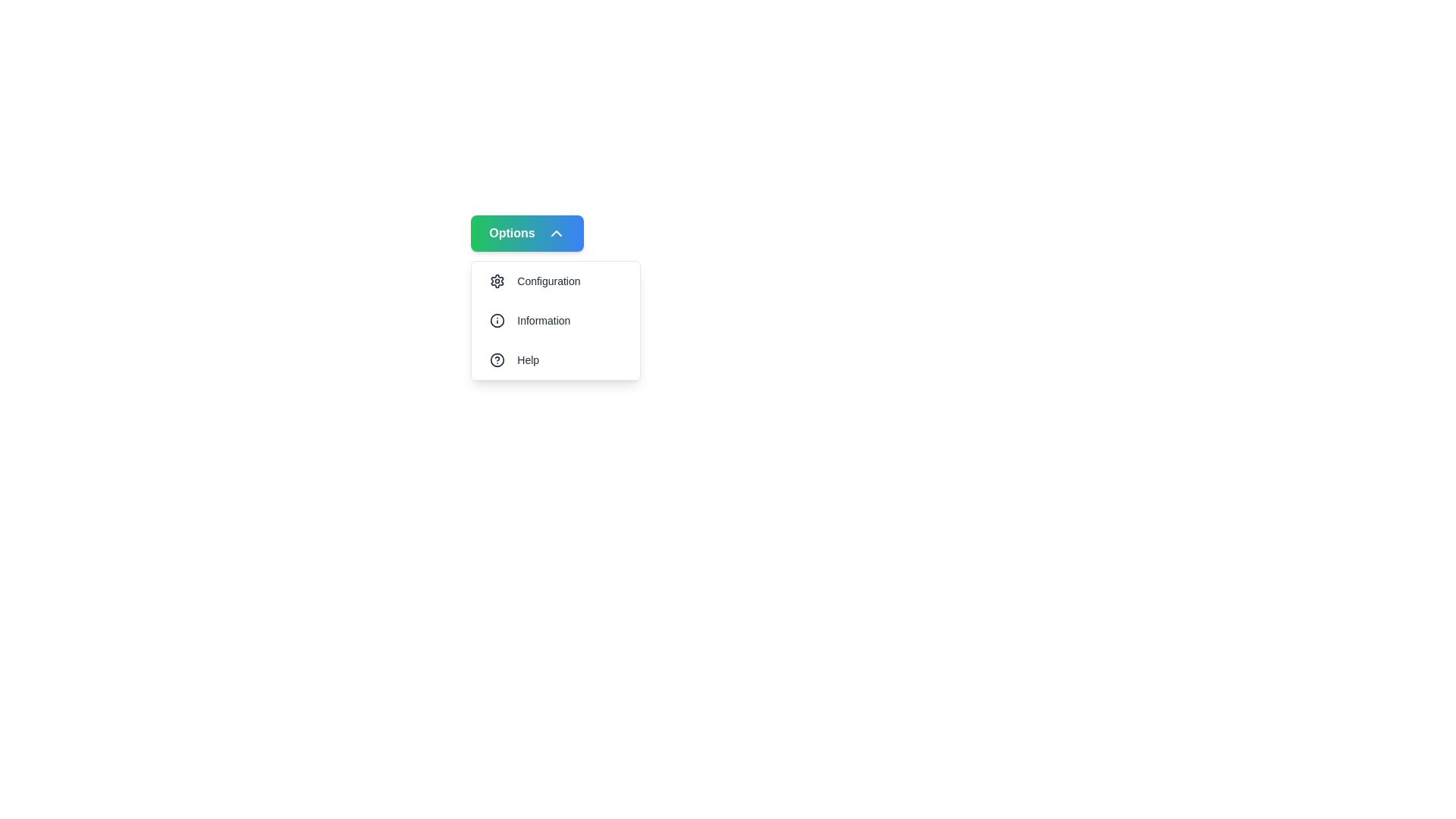  What do you see at coordinates (548, 281) in the screenshot?
I see `text label displaying 'Configuration' located in the menu under the 'Options' dropdown, positioned to the right of the gear icon` at bounding box center [548, 281].